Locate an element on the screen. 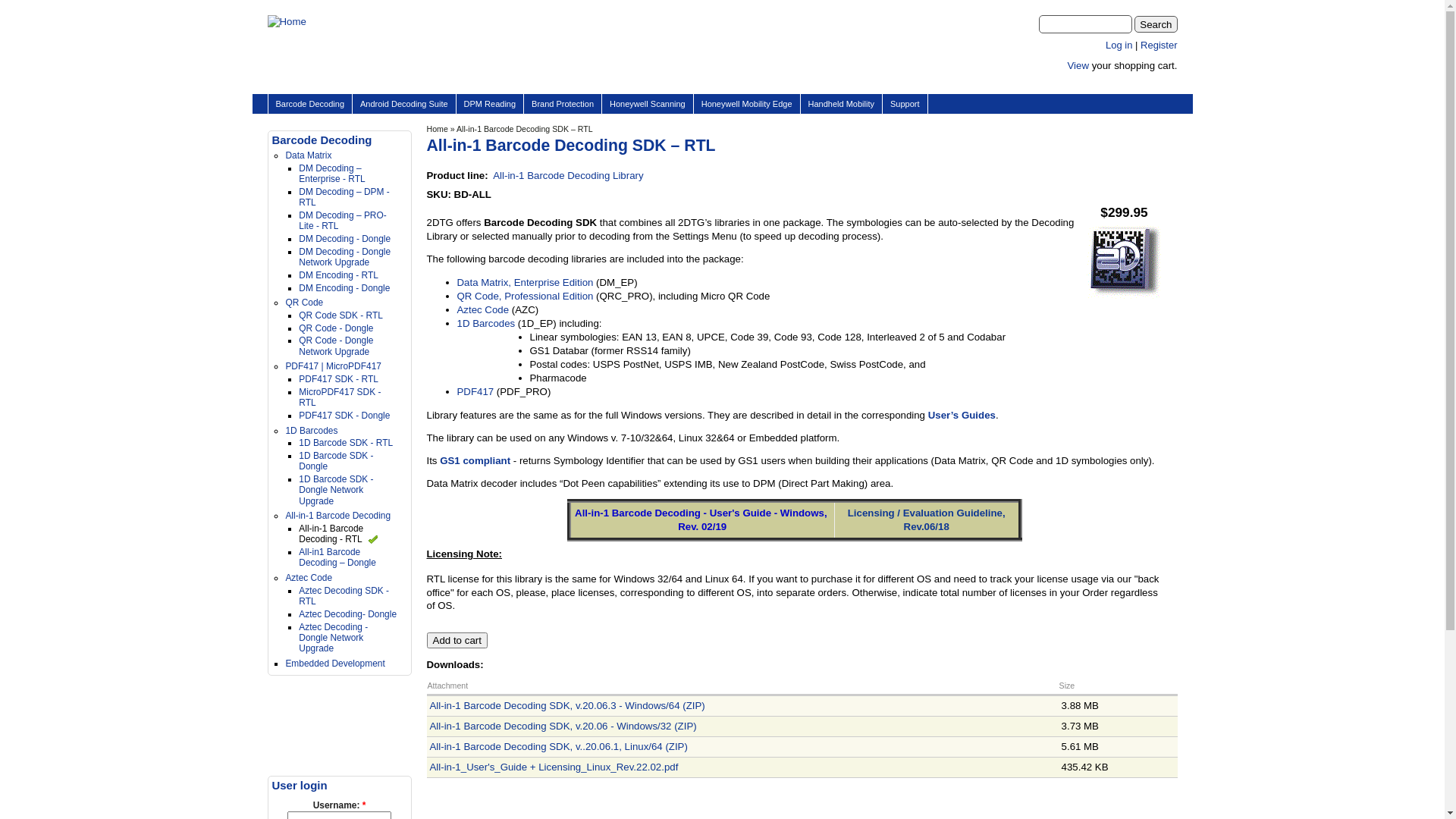  'Add to cart' is located at coordinates (455, 640).